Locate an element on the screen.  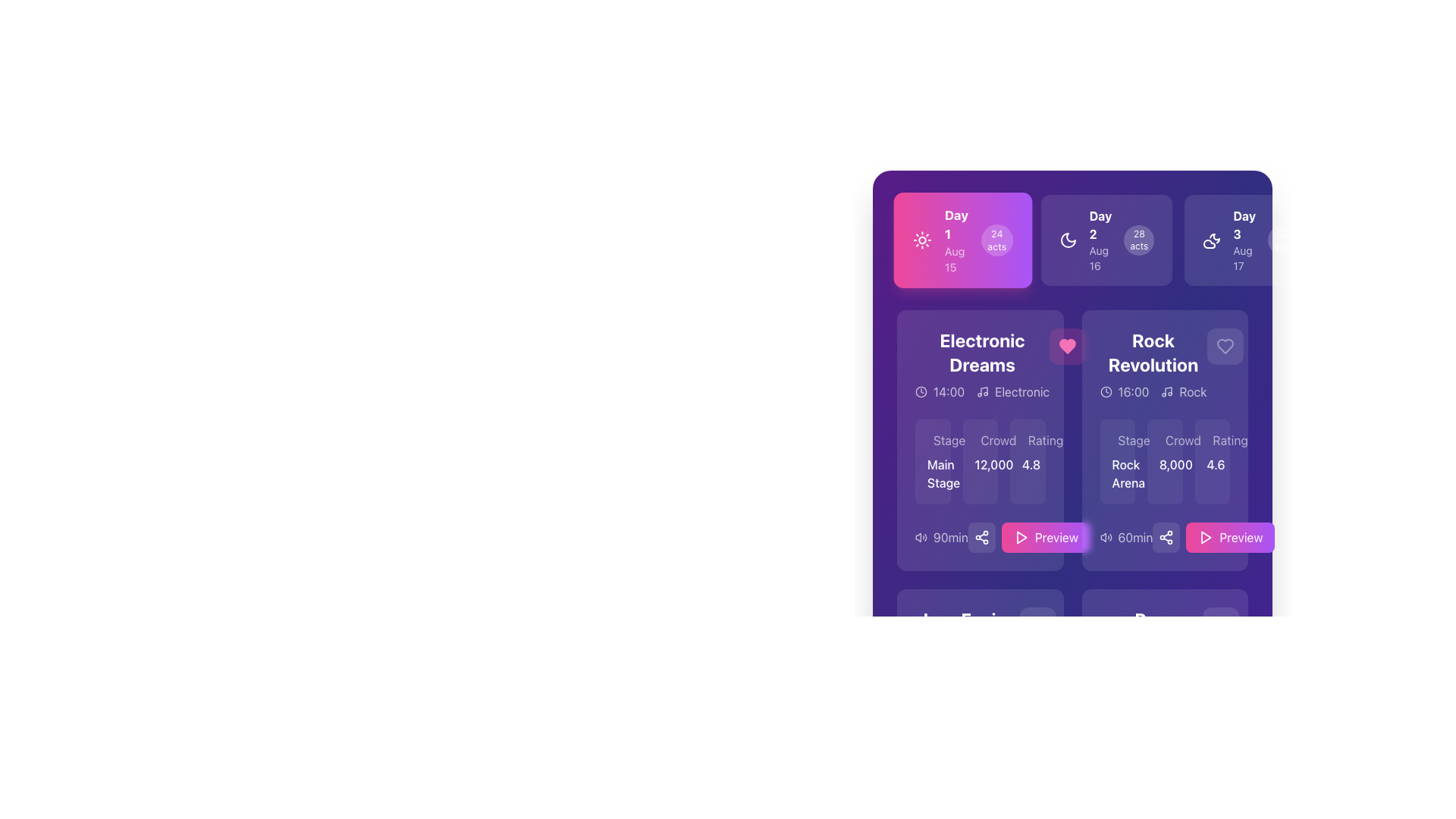
the text element labeled 'Rock Revolution' located in the 'Stage' row, directly below the 'Stage' text is located at coordinates (1117, 472).